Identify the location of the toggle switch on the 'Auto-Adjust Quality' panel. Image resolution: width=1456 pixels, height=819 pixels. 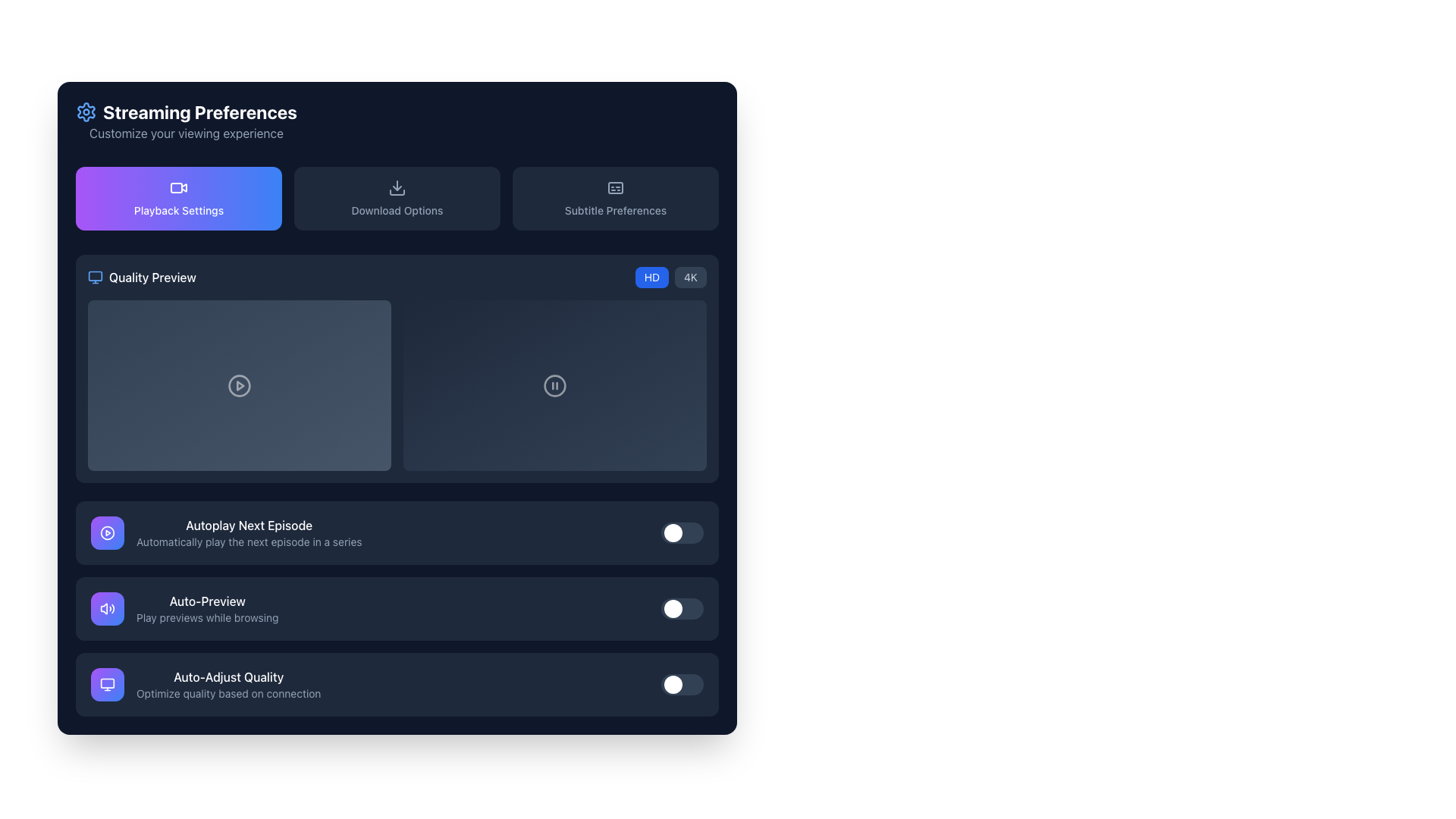
(397, 684).